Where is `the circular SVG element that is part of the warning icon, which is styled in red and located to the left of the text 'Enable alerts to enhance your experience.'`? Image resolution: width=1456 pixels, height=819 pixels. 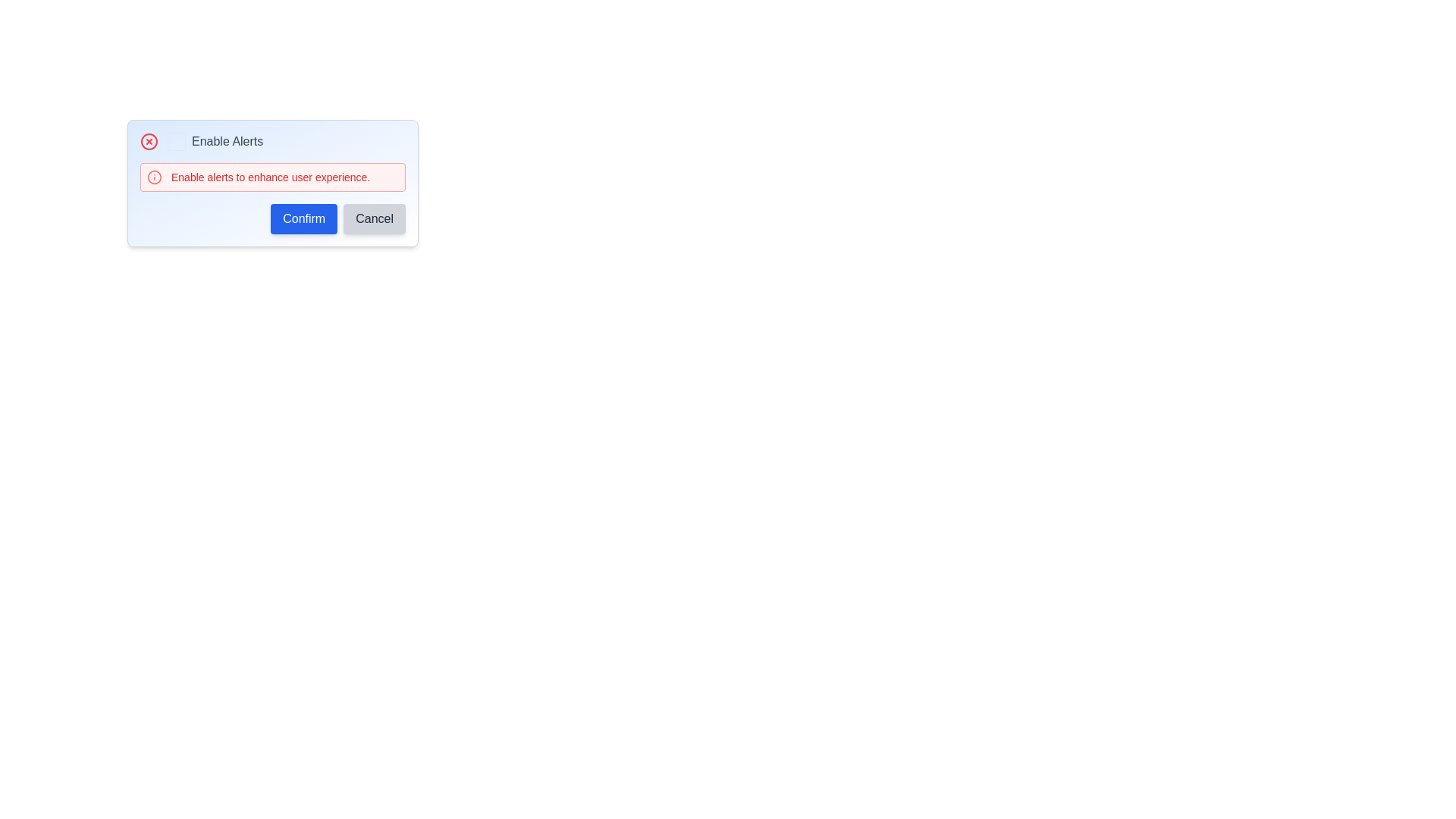 the circular SVG element that is part of the warning icon, which is styled in red and located to the left of the text 'Enable alerts to enhance your experience.' is located at coordinates (154, 177).